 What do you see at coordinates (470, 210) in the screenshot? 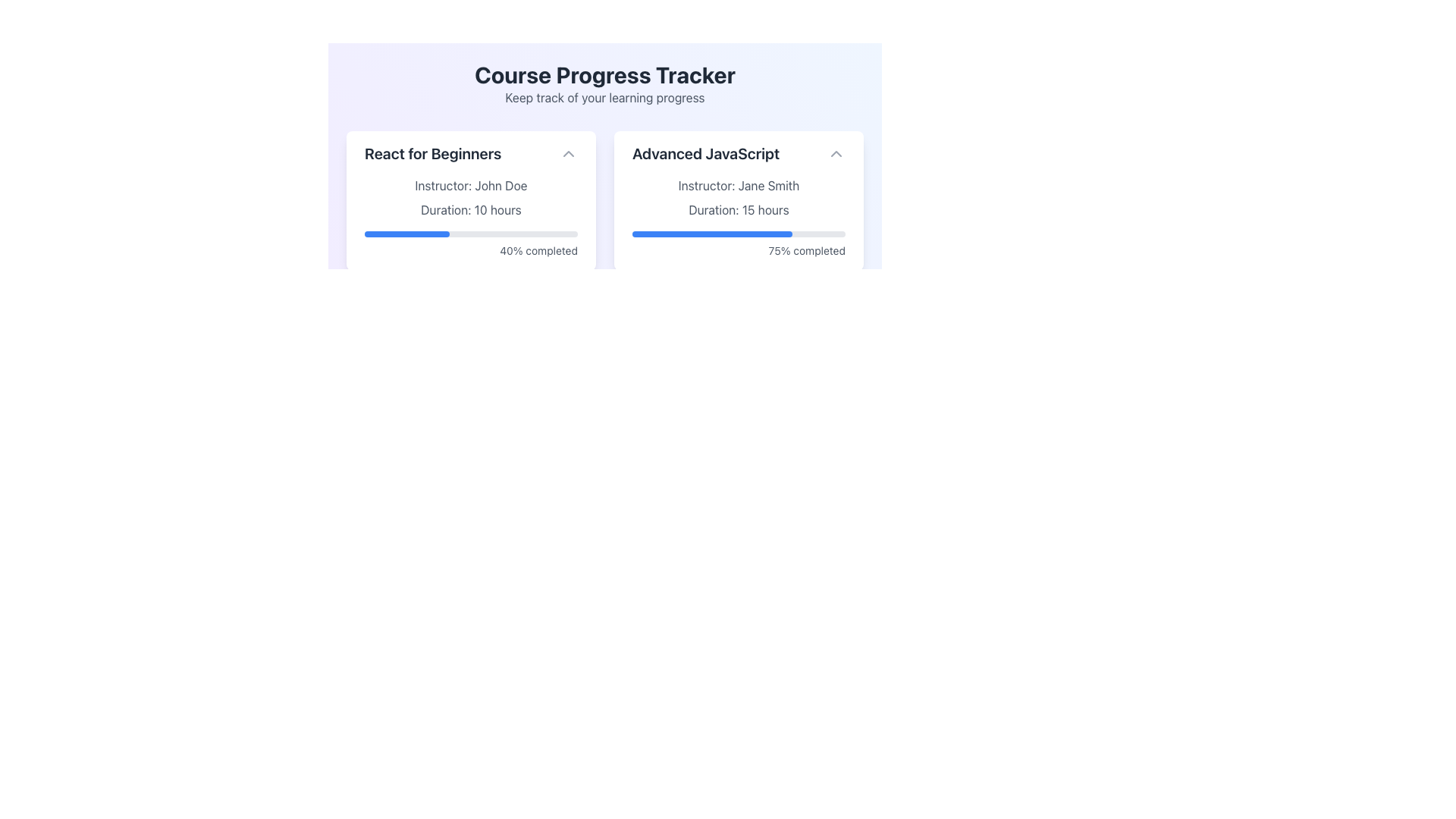
I see `text displayed in the Text Display element that shows 'Duration: 10 hours', which is located below 'Instructor: John Doe' and above a progress bar` at bounding box center [470, 210].